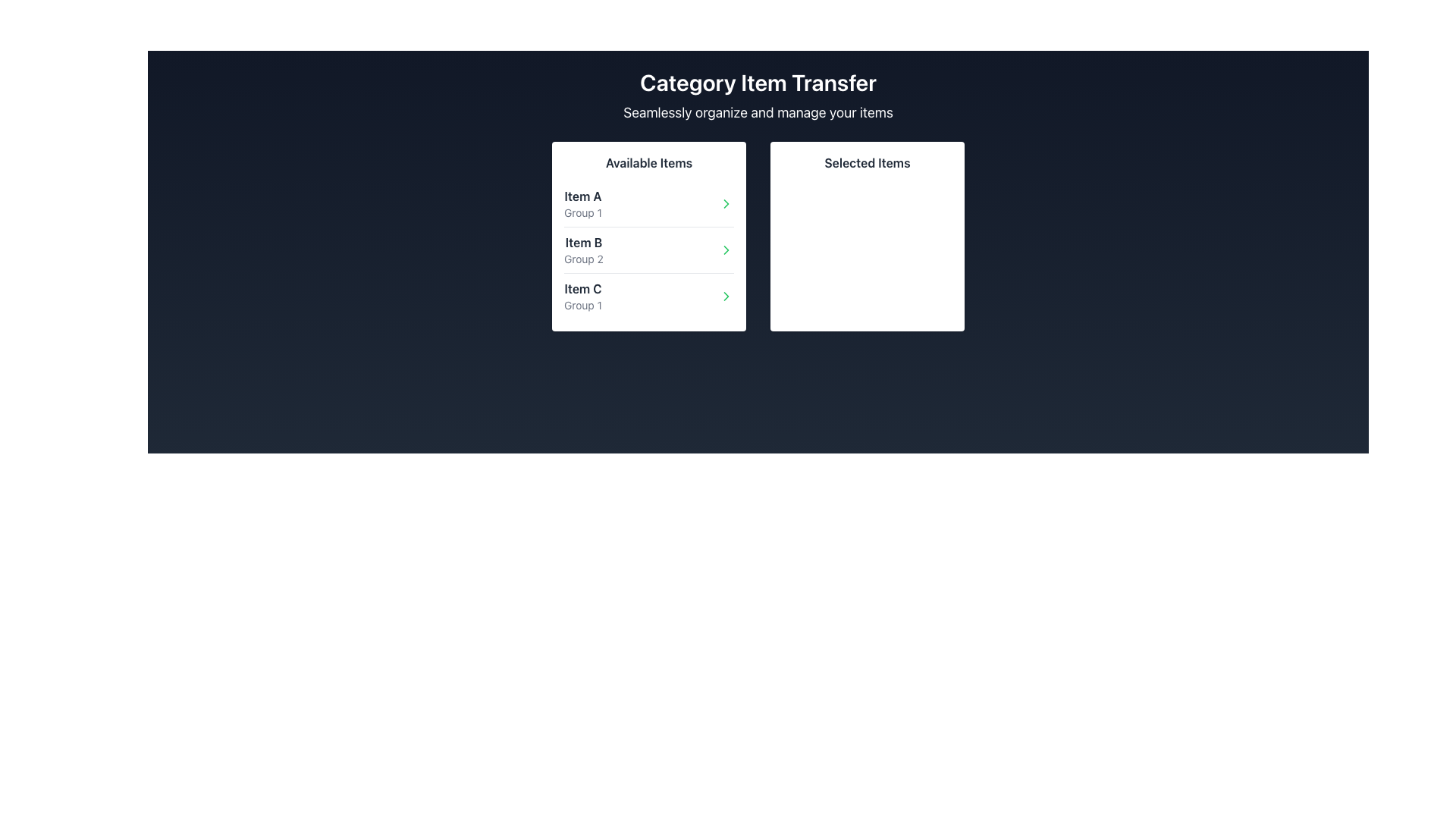 This screenshot has width=1456, height=819. Describe the element at coordinates (582, 305) in the screenshot. I see `the text label 'Group 1' located beneath 'Item C' in the 'Available Items' section of the 'Category Item Transfer' interface` at that location.